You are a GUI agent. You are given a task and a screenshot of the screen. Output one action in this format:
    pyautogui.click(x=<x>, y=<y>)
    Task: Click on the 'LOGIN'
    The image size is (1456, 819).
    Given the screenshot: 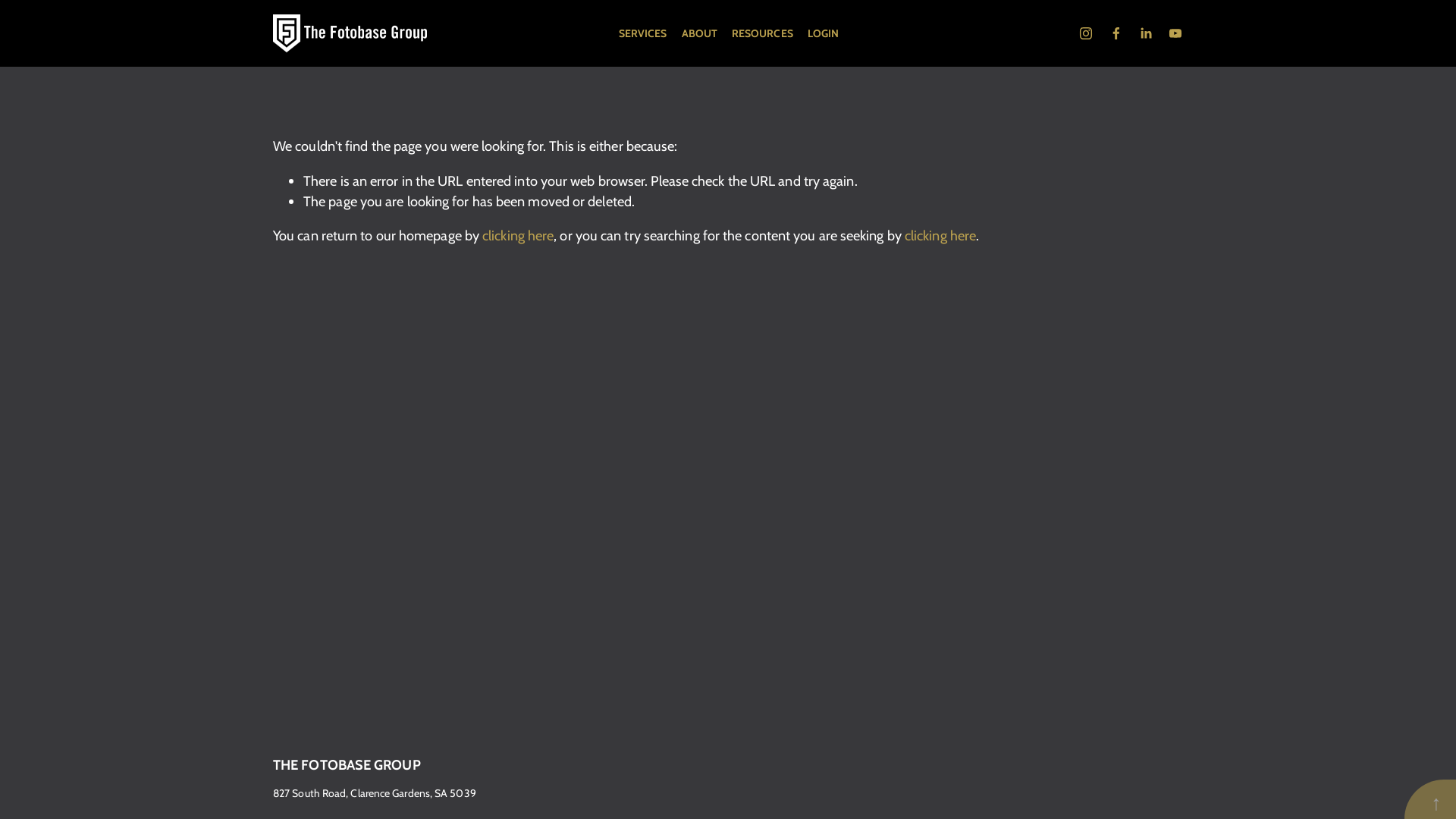 What is the action you would take?
    pyautogui.click(x=822, y=33)
    